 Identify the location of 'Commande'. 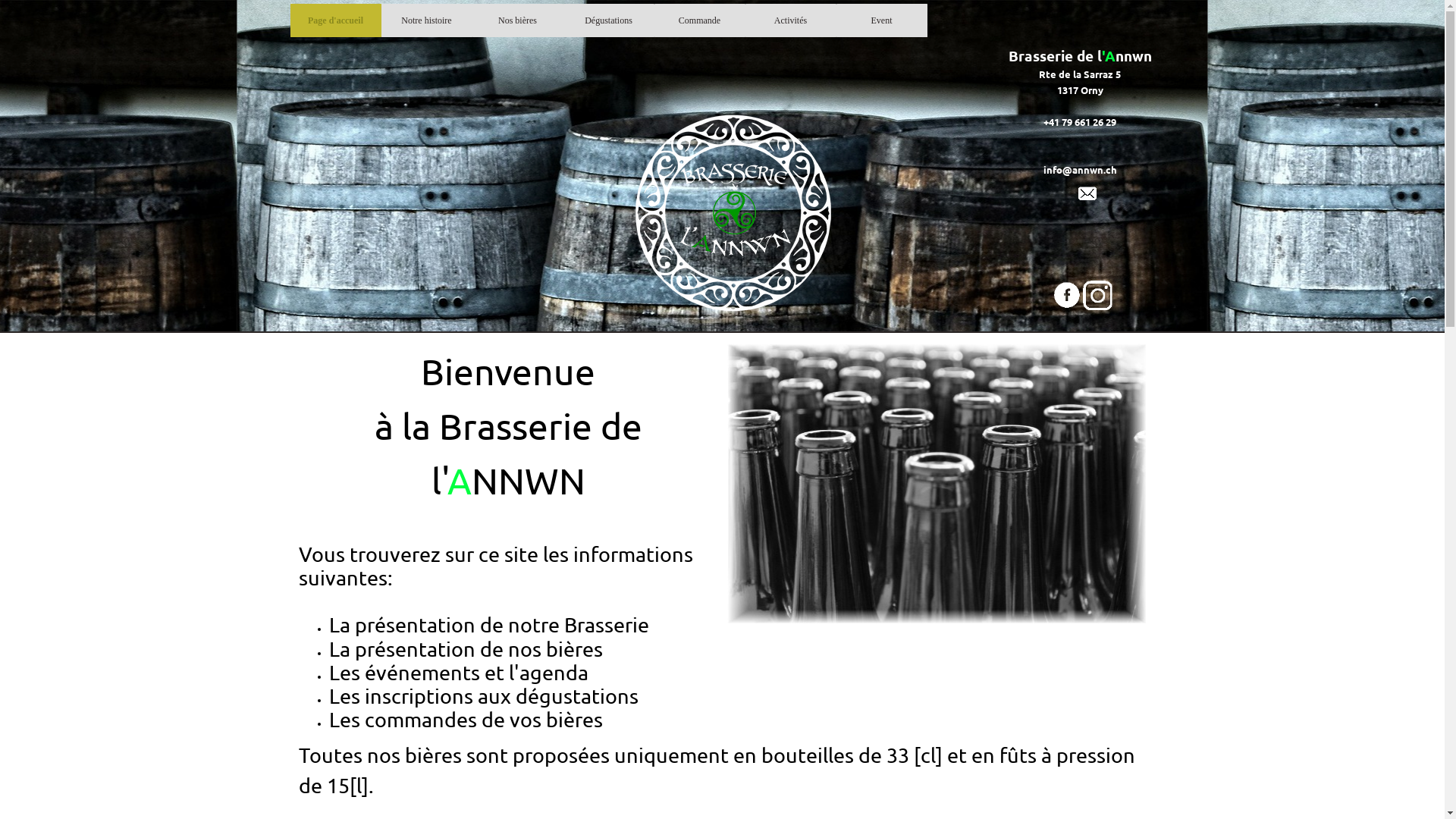
(698, 20).